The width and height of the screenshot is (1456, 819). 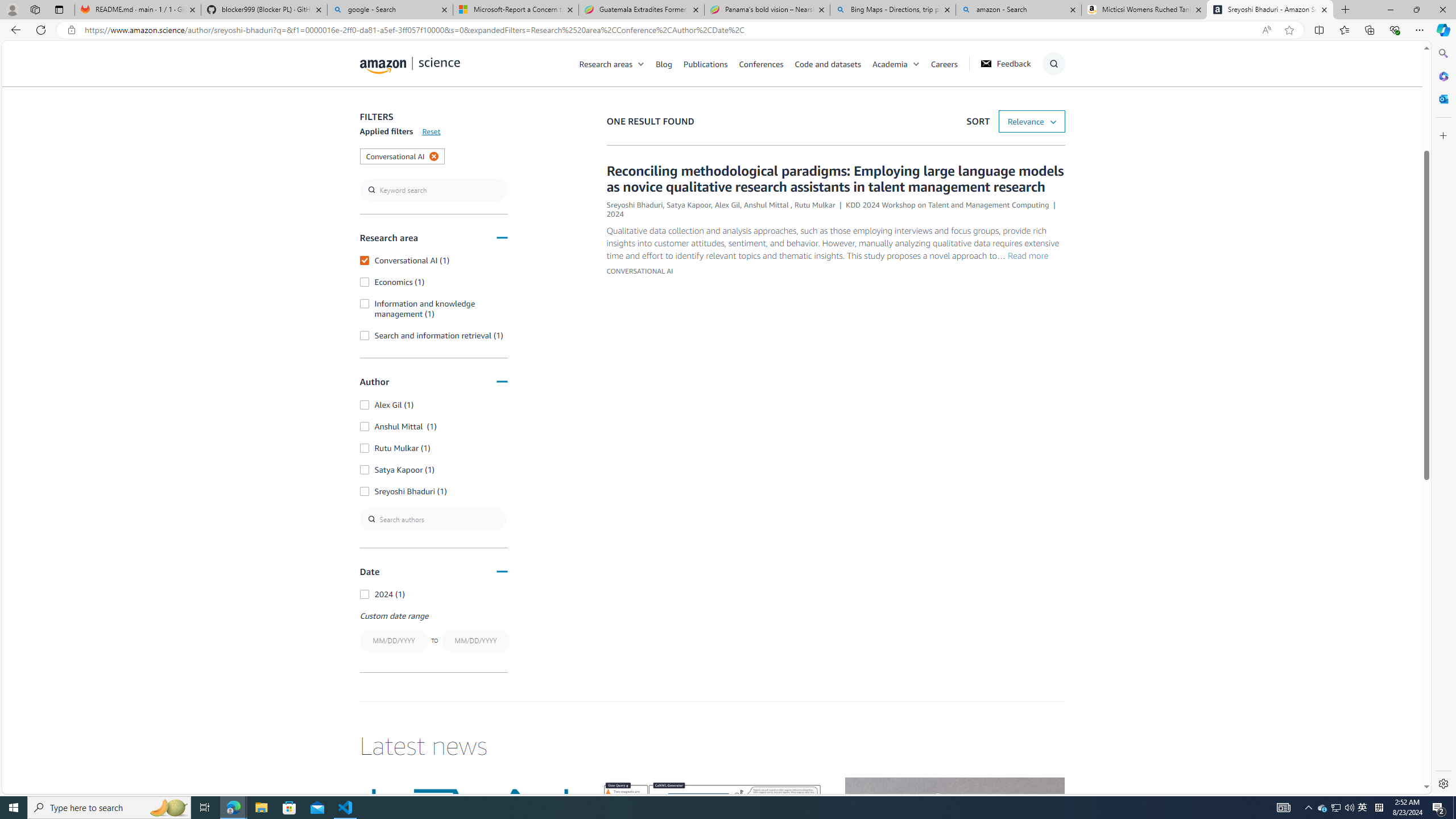 What do you see at coordinates (1017, 9) in the screenshot?
I see `'amazon - Search'` at bounding box center [1017, 9].